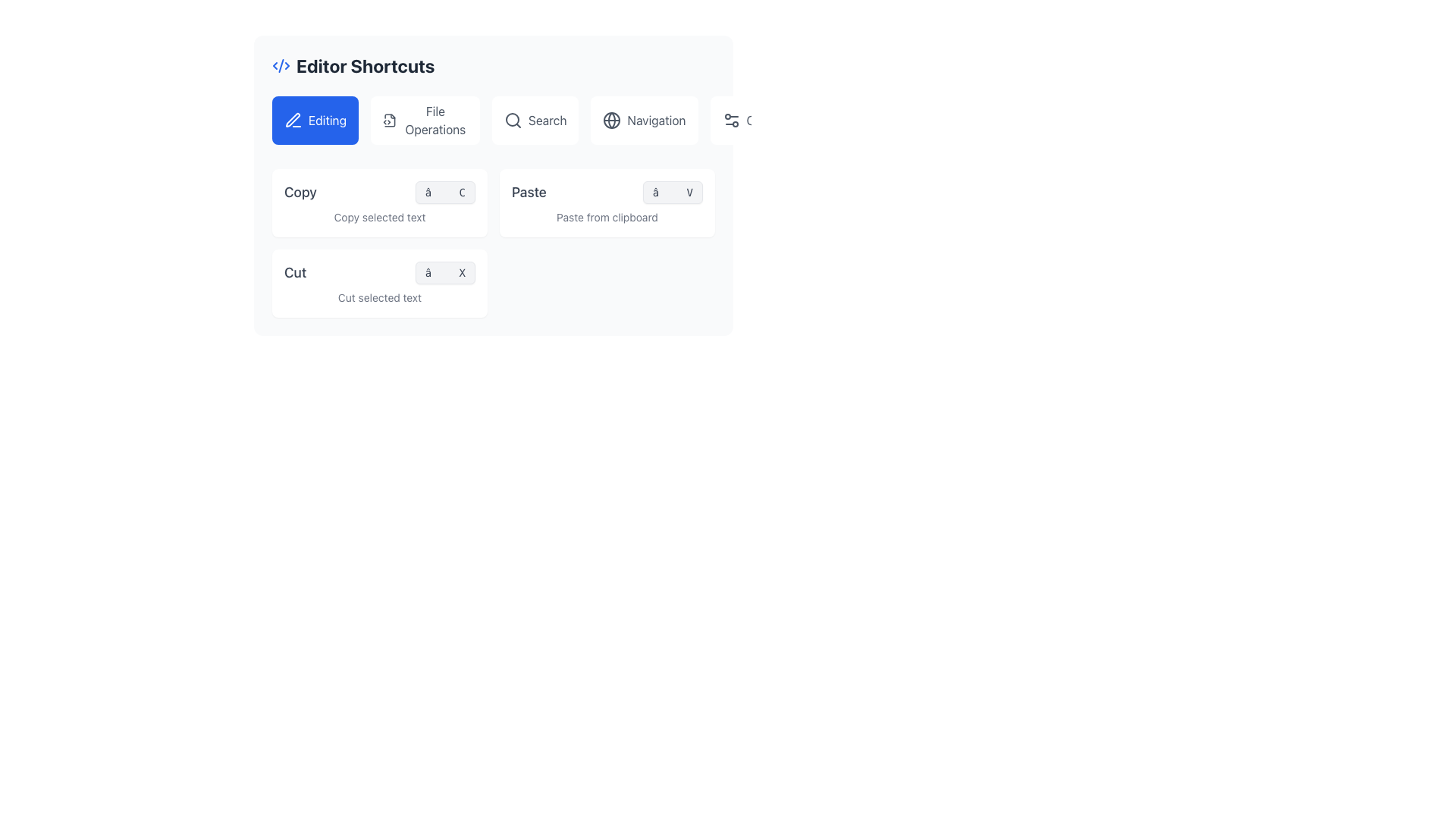  I want to click on and read the 'Navigation' text label, which is dark gray and styled with a clean sans-serif font, positioned to the right of a globe icon in the upper-right toolbar, so click(656, 119).